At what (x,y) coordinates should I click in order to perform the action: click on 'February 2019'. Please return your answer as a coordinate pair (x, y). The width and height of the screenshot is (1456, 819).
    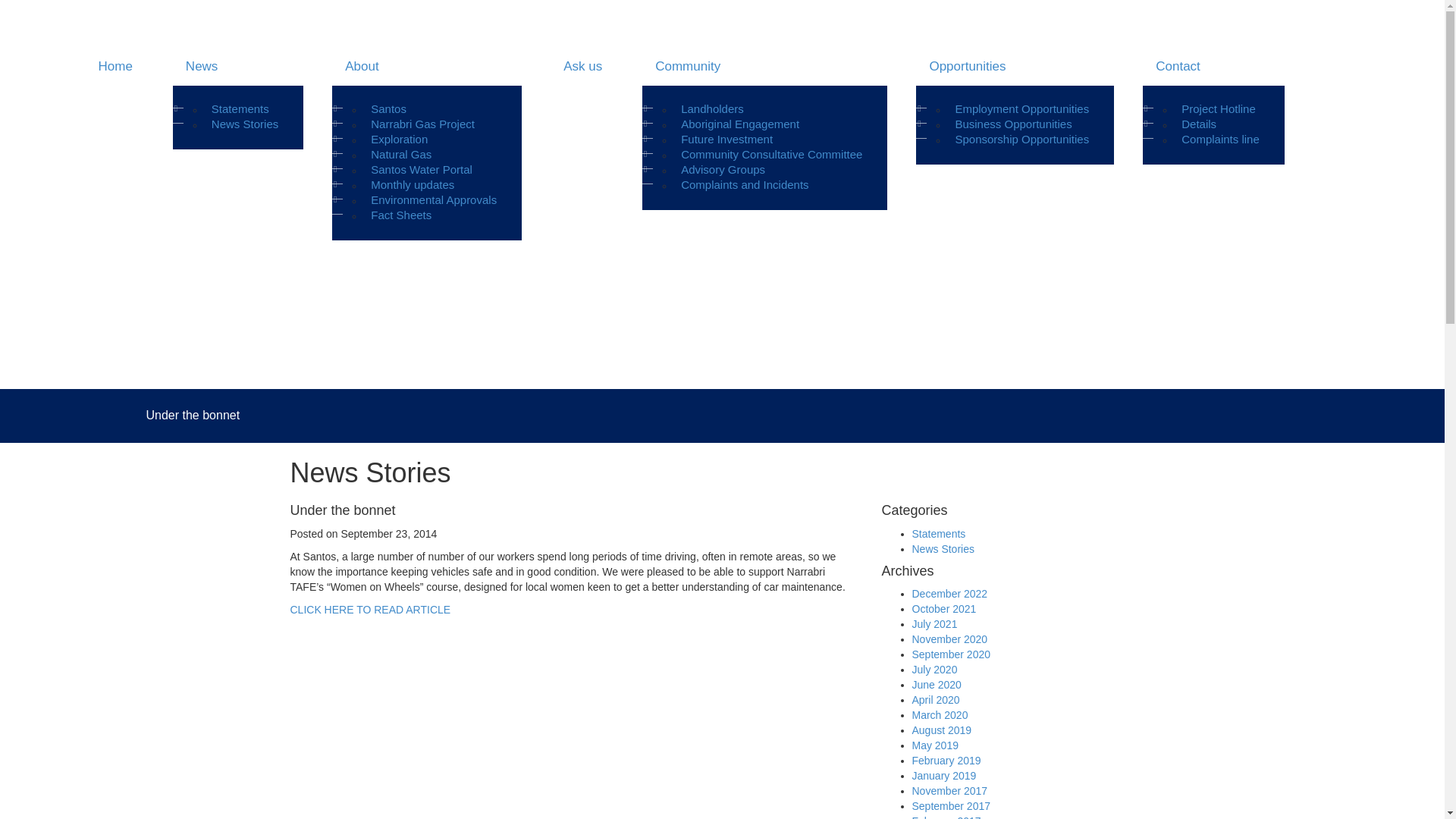
    Looking at the image, I should click on (945, 760).